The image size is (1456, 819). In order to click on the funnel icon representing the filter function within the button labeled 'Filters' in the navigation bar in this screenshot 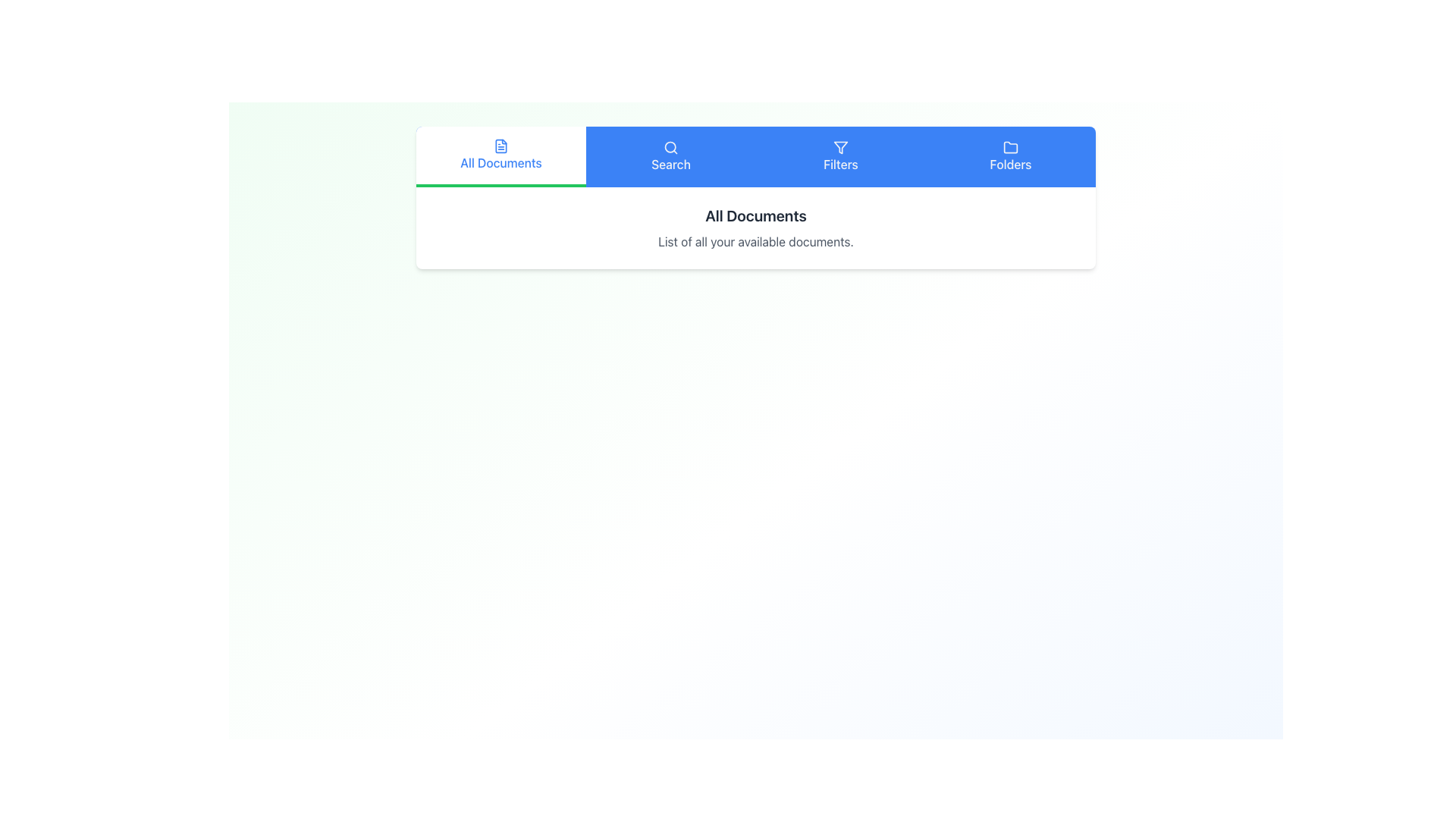, I will do `click(839, 148)`.